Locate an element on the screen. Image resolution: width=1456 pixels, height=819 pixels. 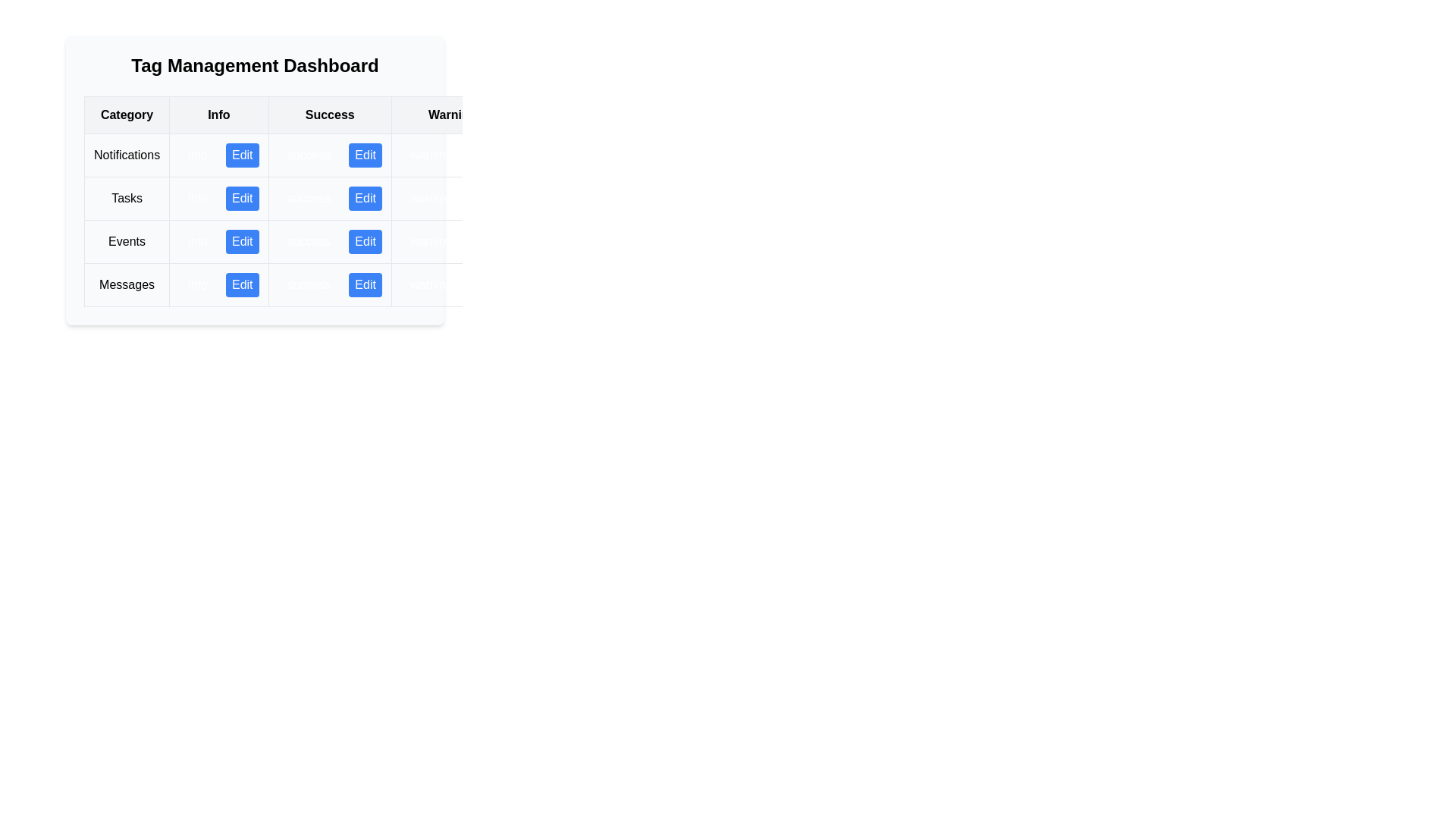
the rectangular blue 'Edit' button located in the fourth row of the table under the 'Success' column is located at coordinates (366, 284).